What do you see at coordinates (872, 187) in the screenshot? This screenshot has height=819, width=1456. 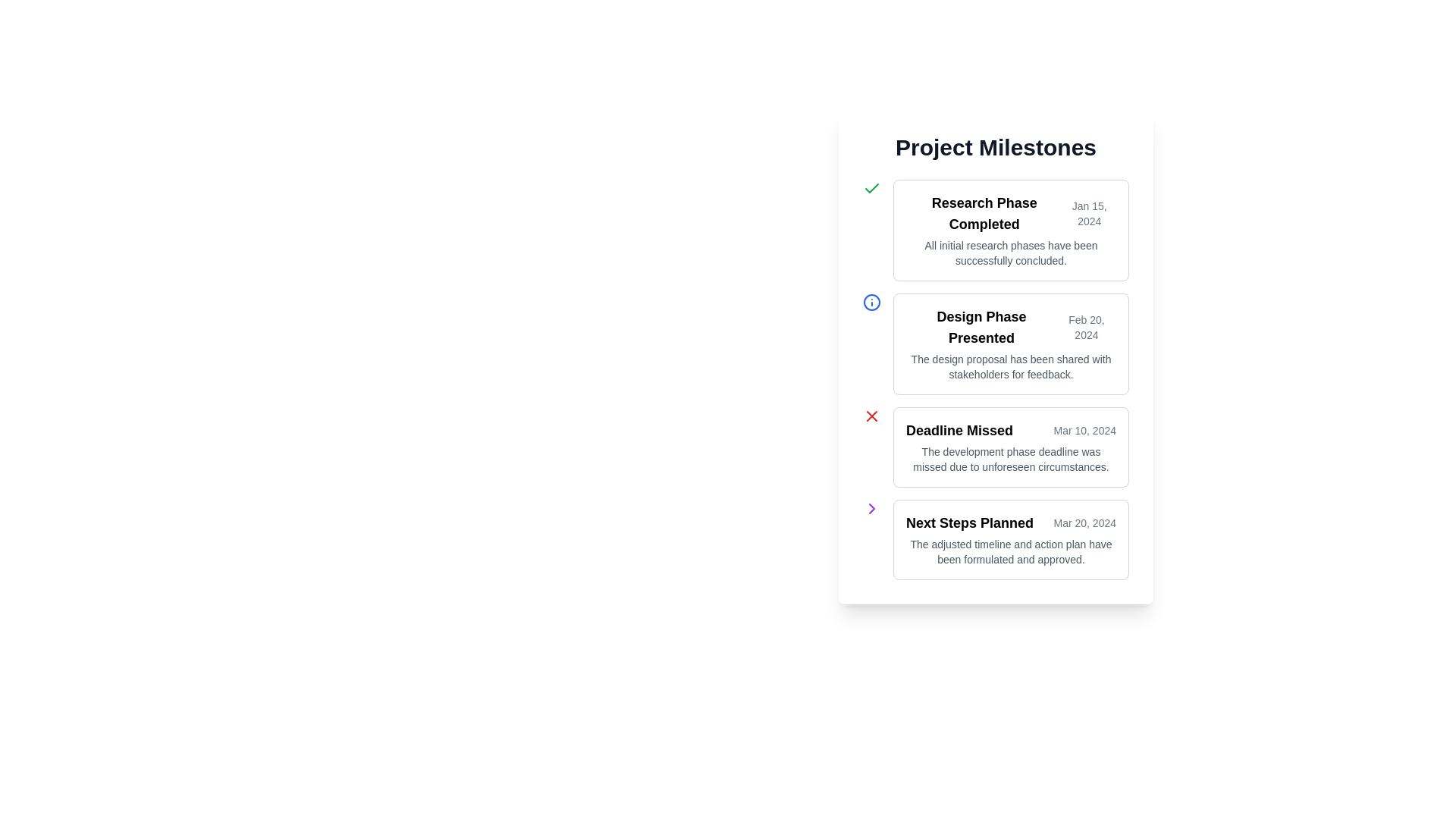 I see `the green checkmark icon that indicates a completed task, located to the left of the 'Research Phase Completed' title` at bounding box center [872, 187].